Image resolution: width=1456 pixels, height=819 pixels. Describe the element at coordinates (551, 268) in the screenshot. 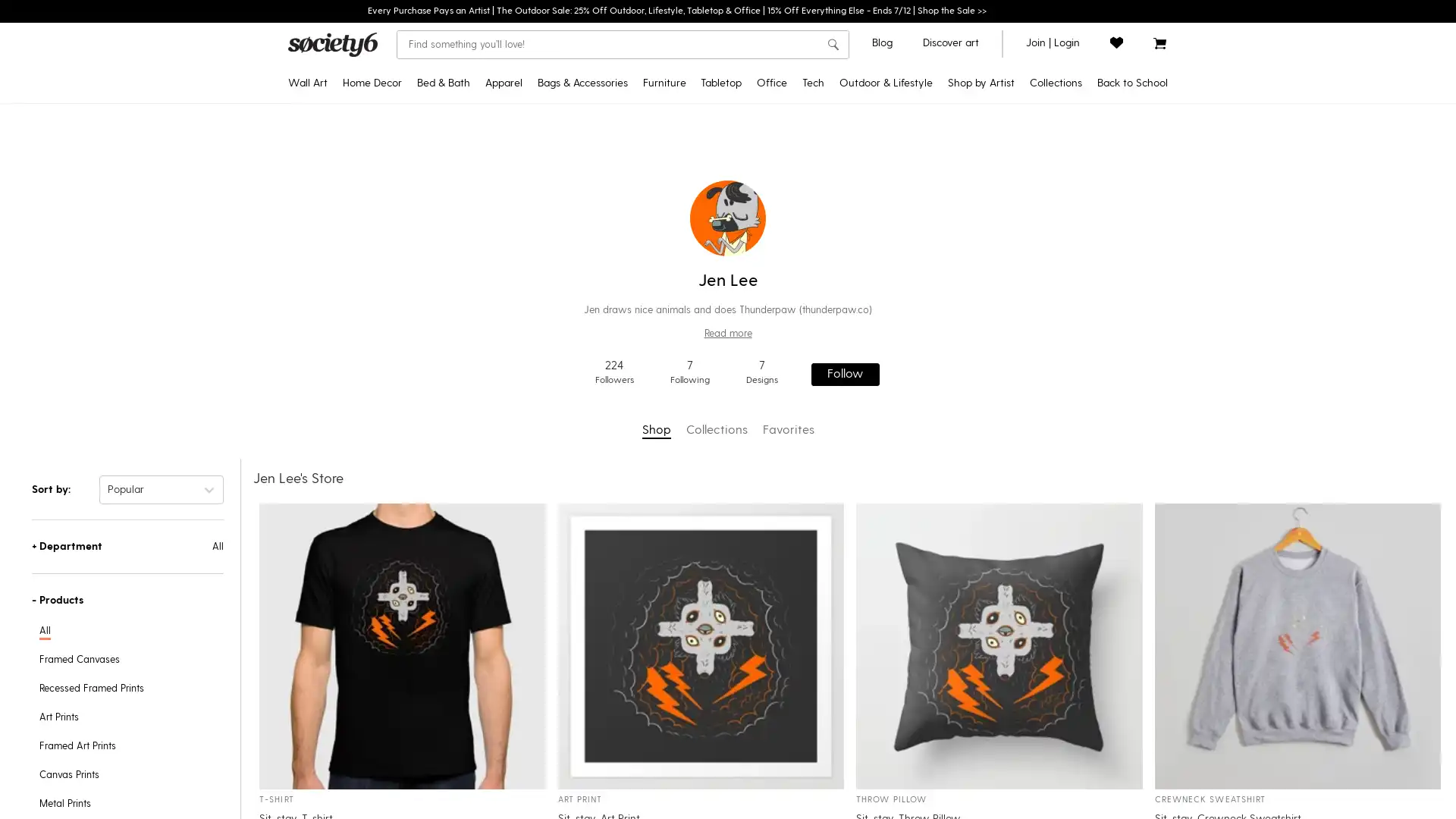

I see `Tank Tops` at that location.